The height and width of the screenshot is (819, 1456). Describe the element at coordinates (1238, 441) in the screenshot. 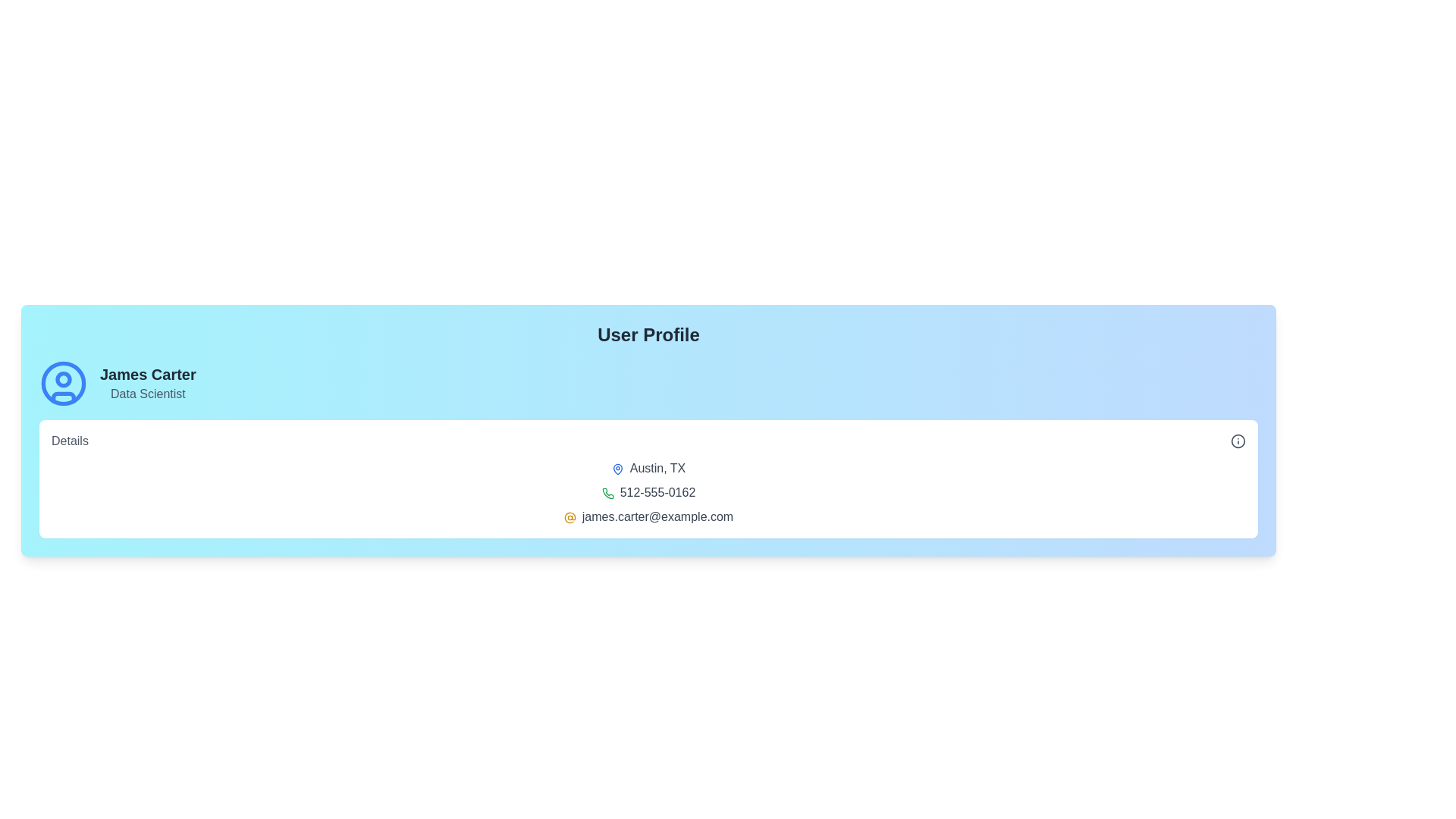

I see `the informational icon located to the right of the 'Details' text in the horizontal row labeled 'Details'` at that location.